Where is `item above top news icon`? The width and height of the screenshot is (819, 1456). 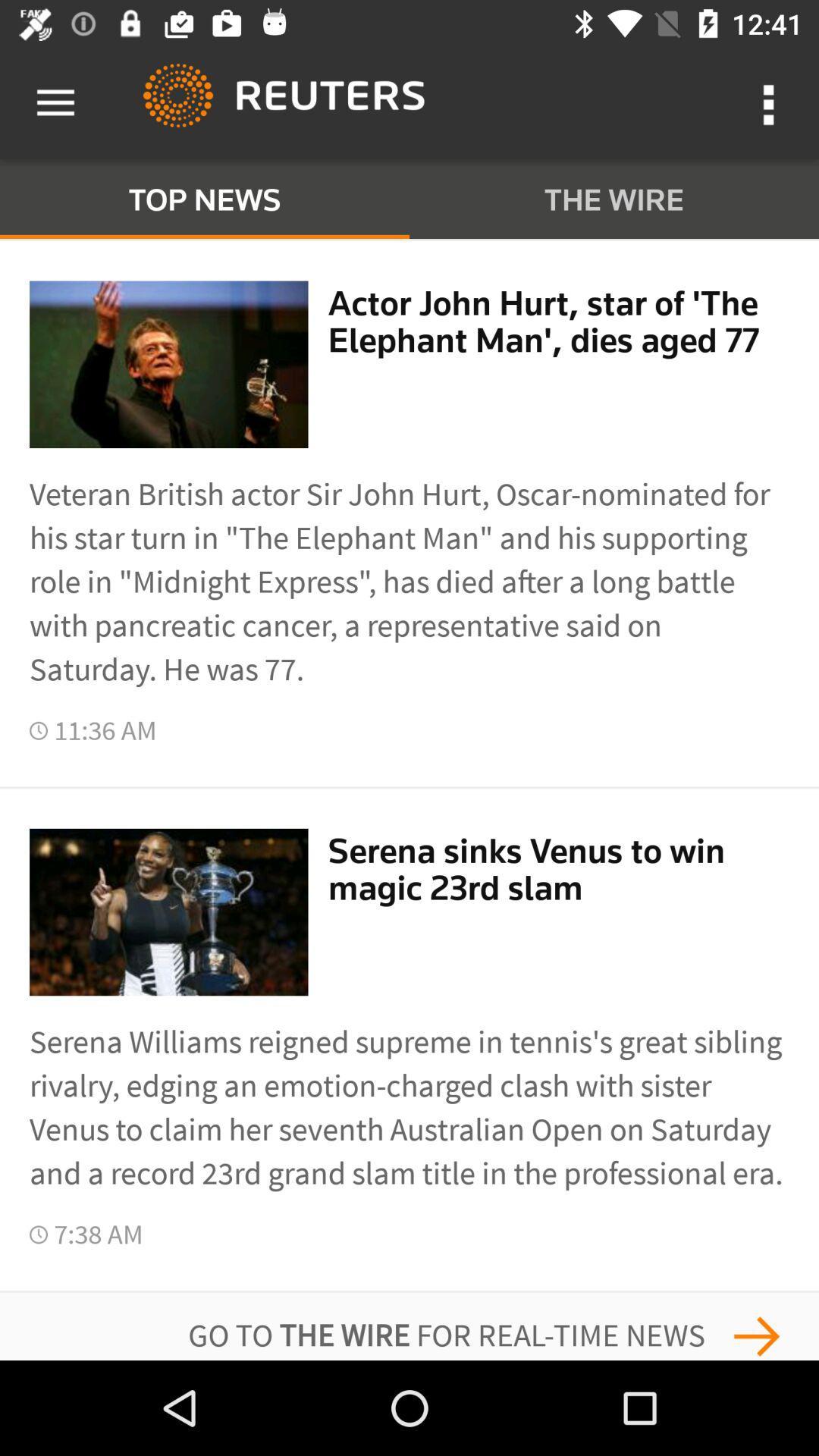 item above top news icon is located at coordinates (55, 102).